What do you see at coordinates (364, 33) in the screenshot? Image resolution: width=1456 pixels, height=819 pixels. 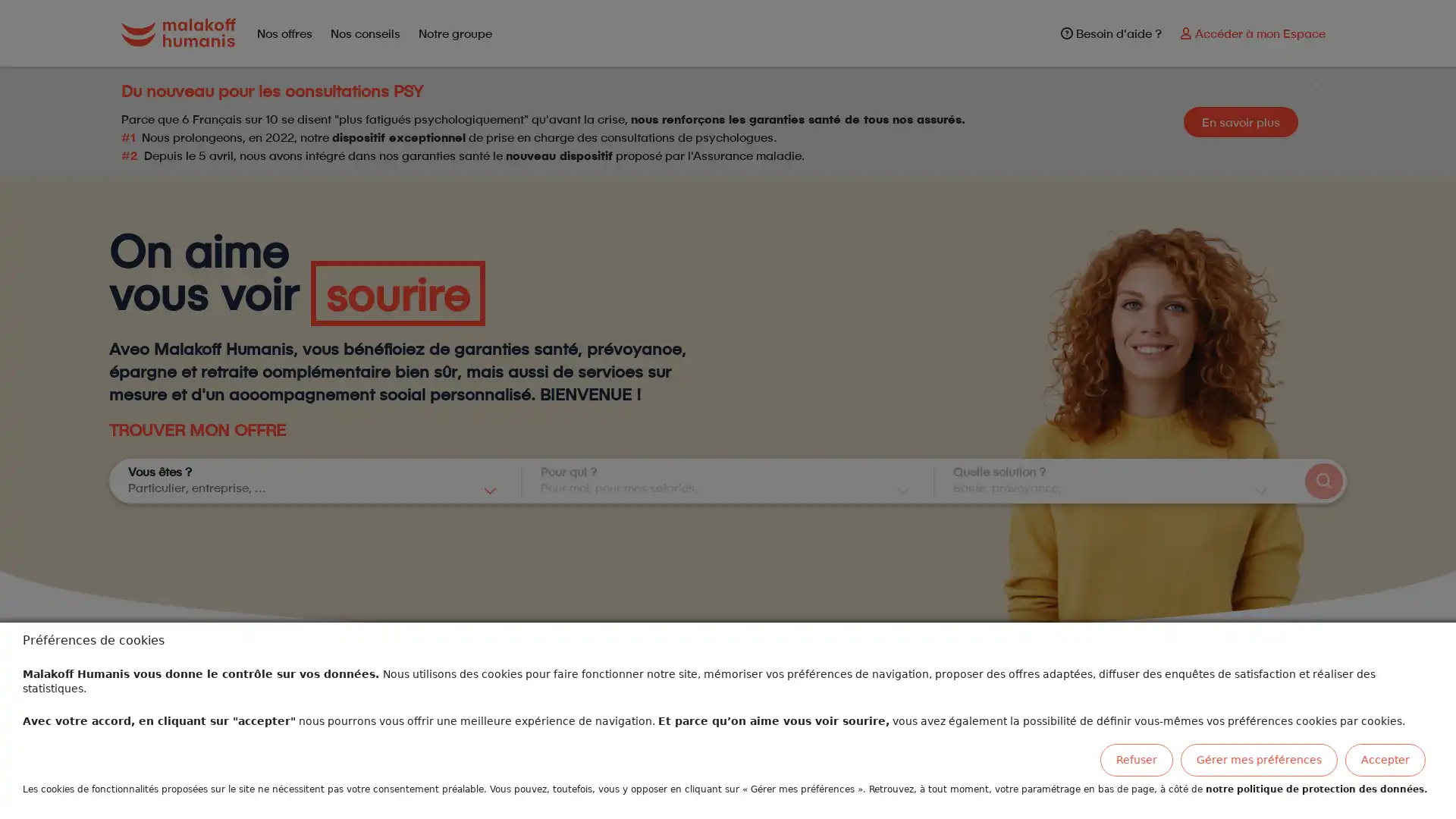 I see `Nos conseils` at bounding box center [364, 33].